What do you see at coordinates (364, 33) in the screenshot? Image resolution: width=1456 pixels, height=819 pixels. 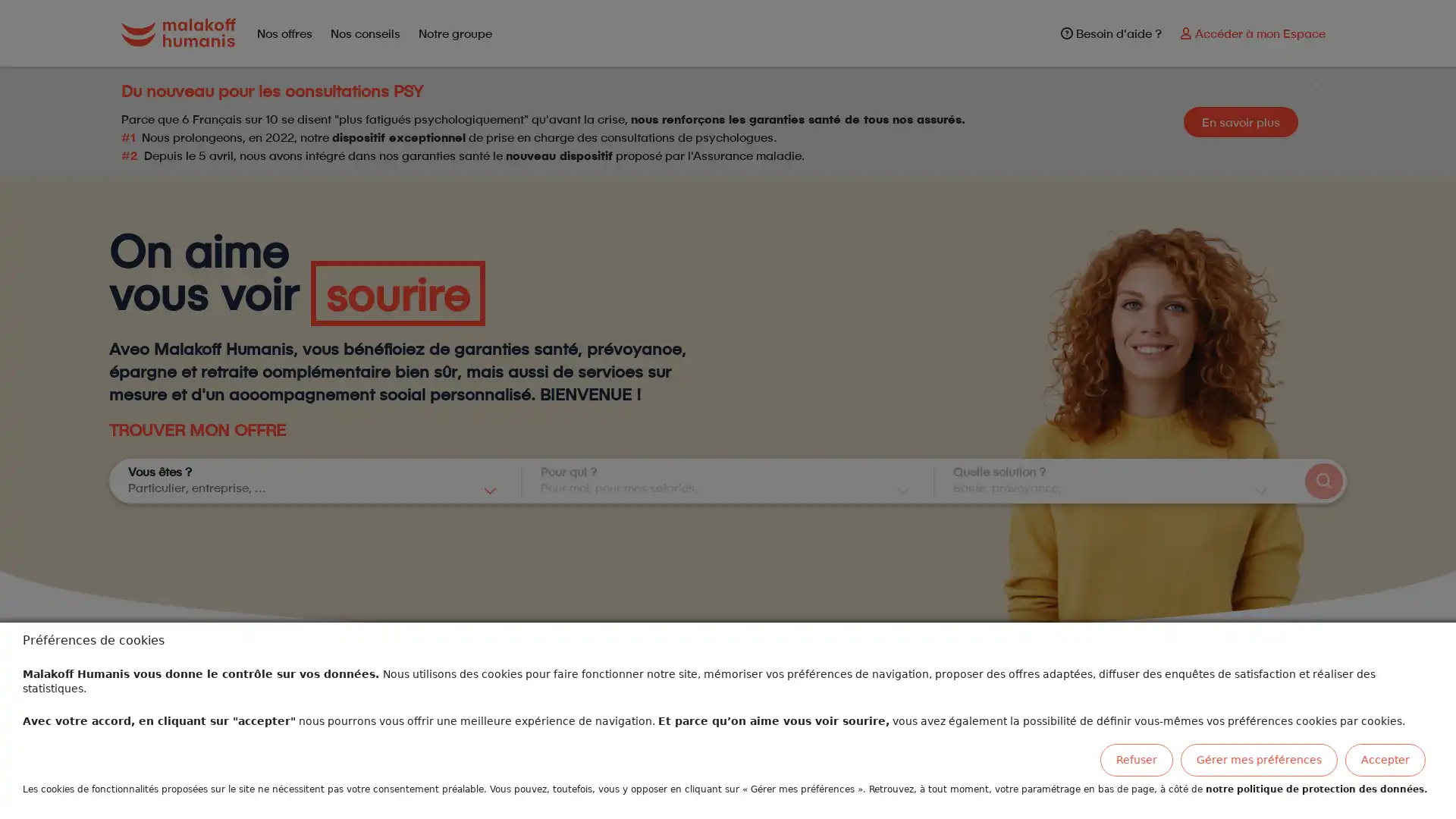 I see `Nos conseils` at bounding box center [364, 33].